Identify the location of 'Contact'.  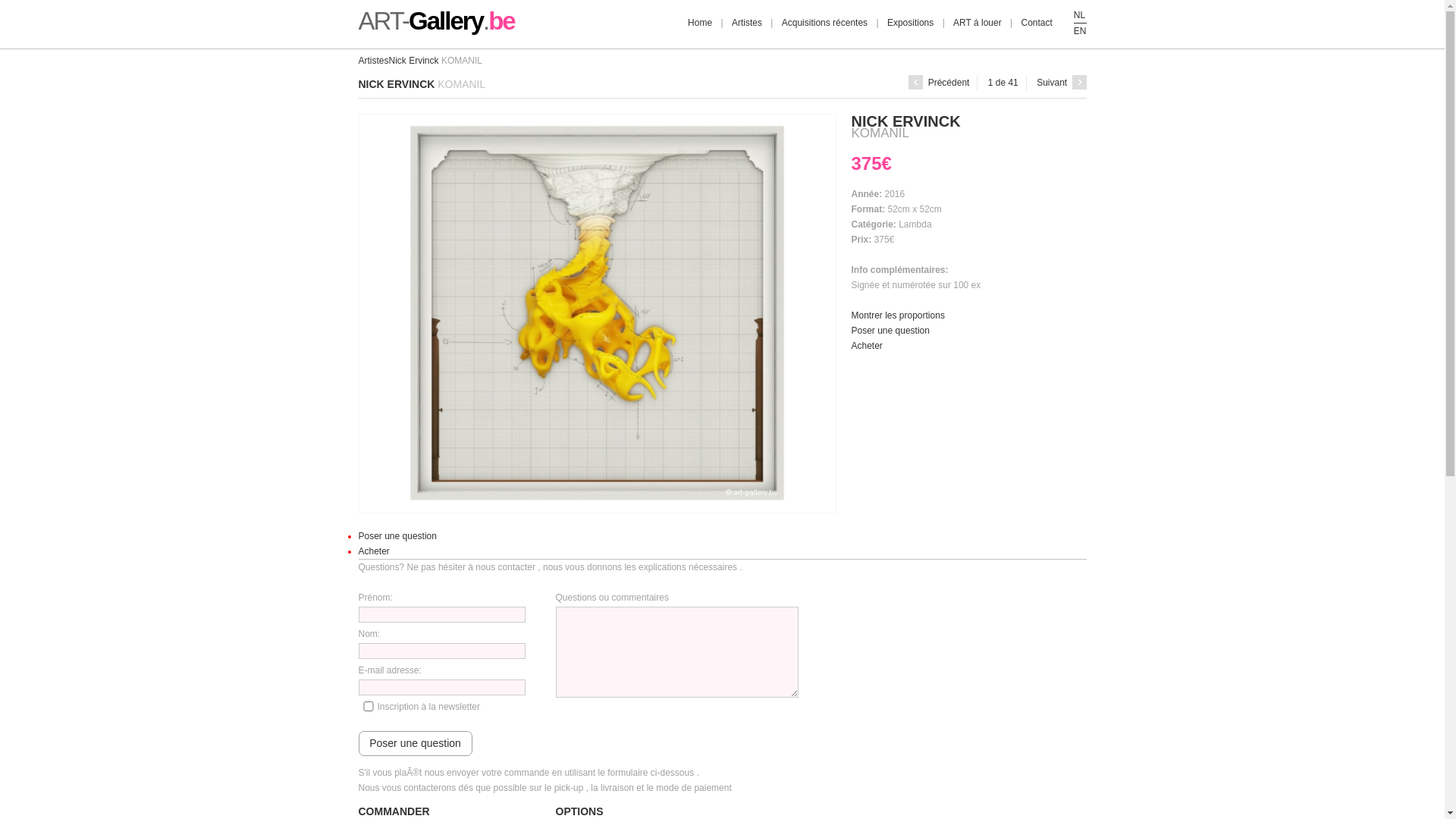
(1035, 23).